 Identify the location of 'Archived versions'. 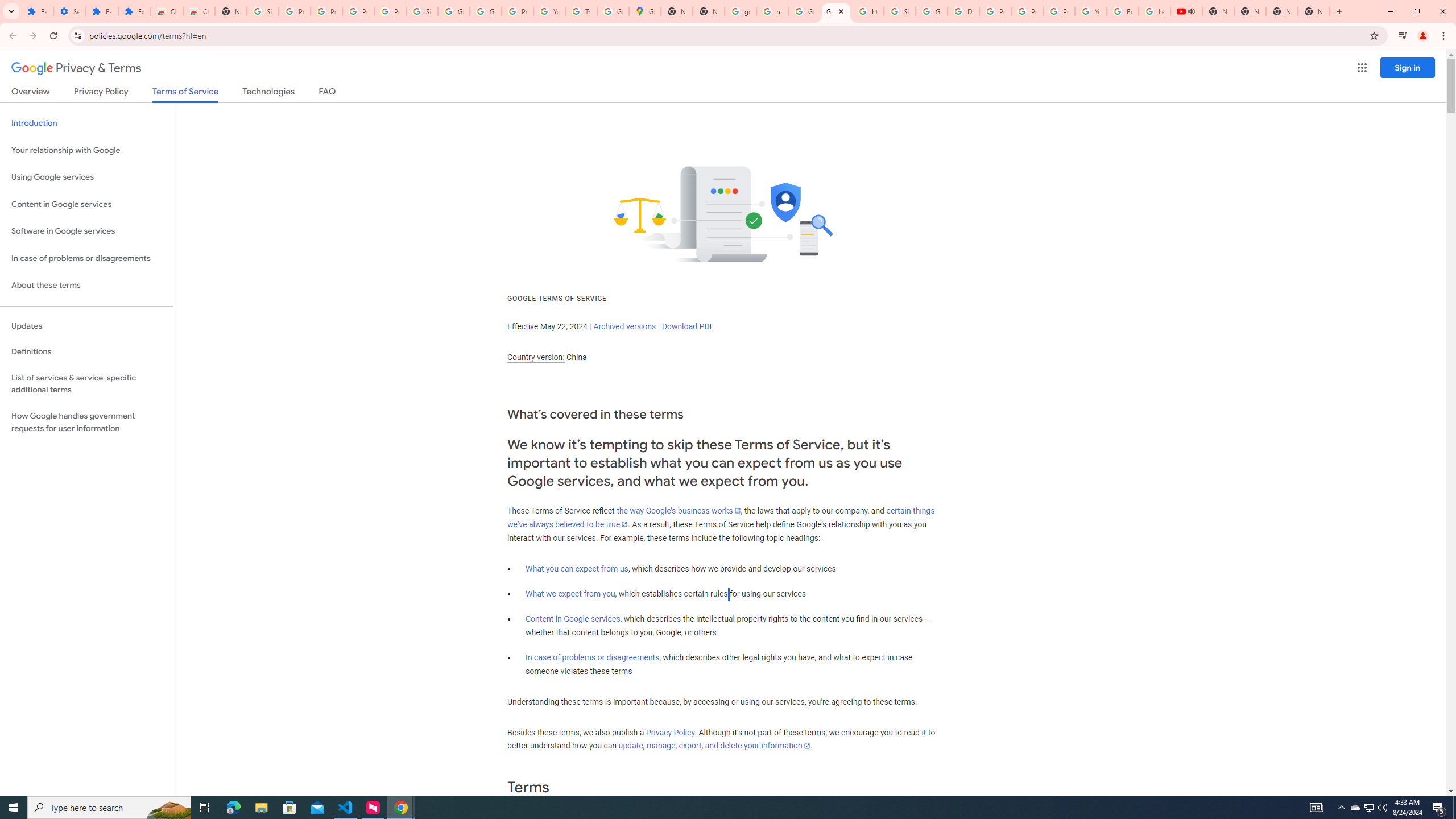
(624, 325).